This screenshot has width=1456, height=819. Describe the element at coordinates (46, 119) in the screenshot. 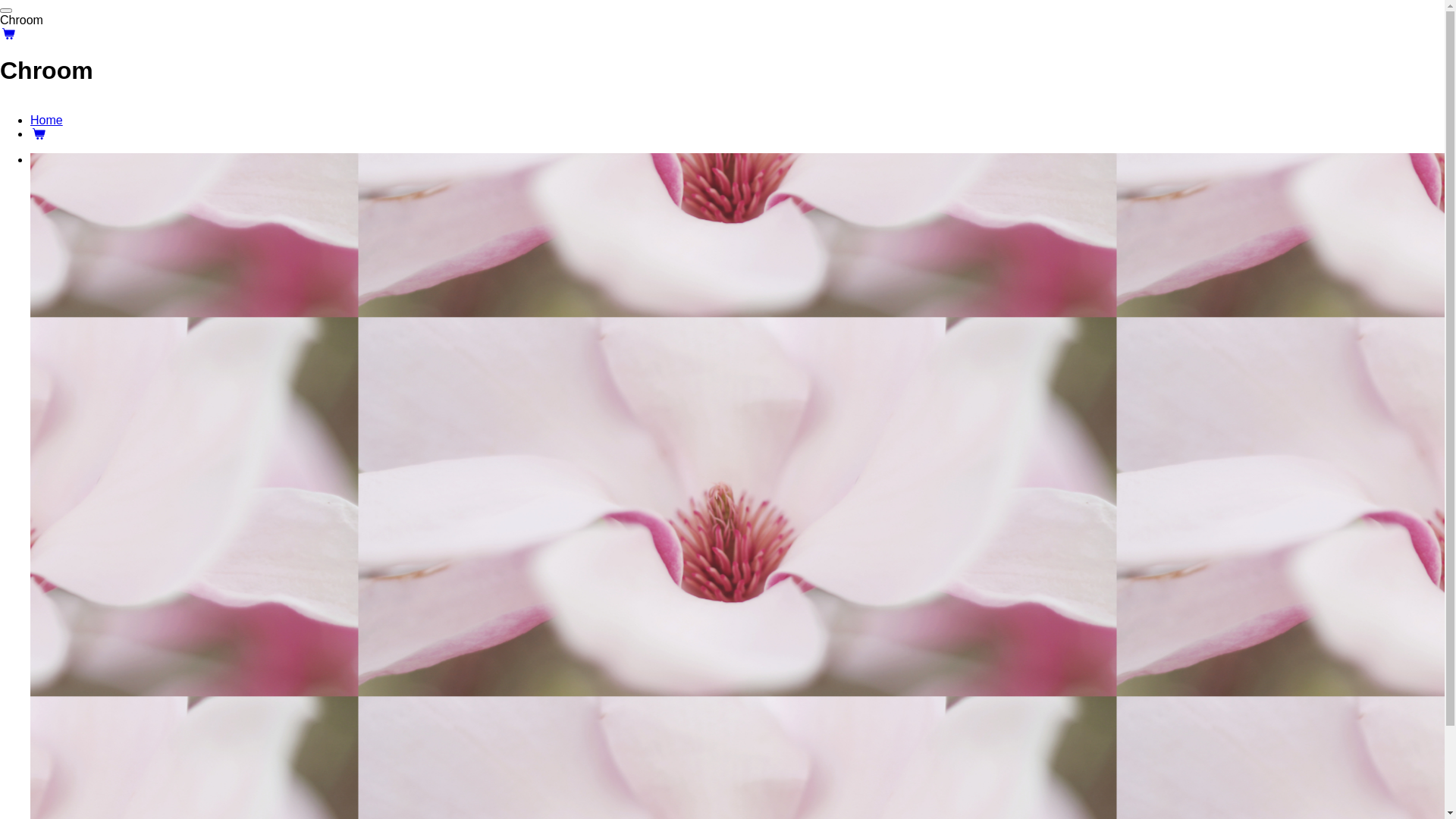

I see `'Home'` at that location.